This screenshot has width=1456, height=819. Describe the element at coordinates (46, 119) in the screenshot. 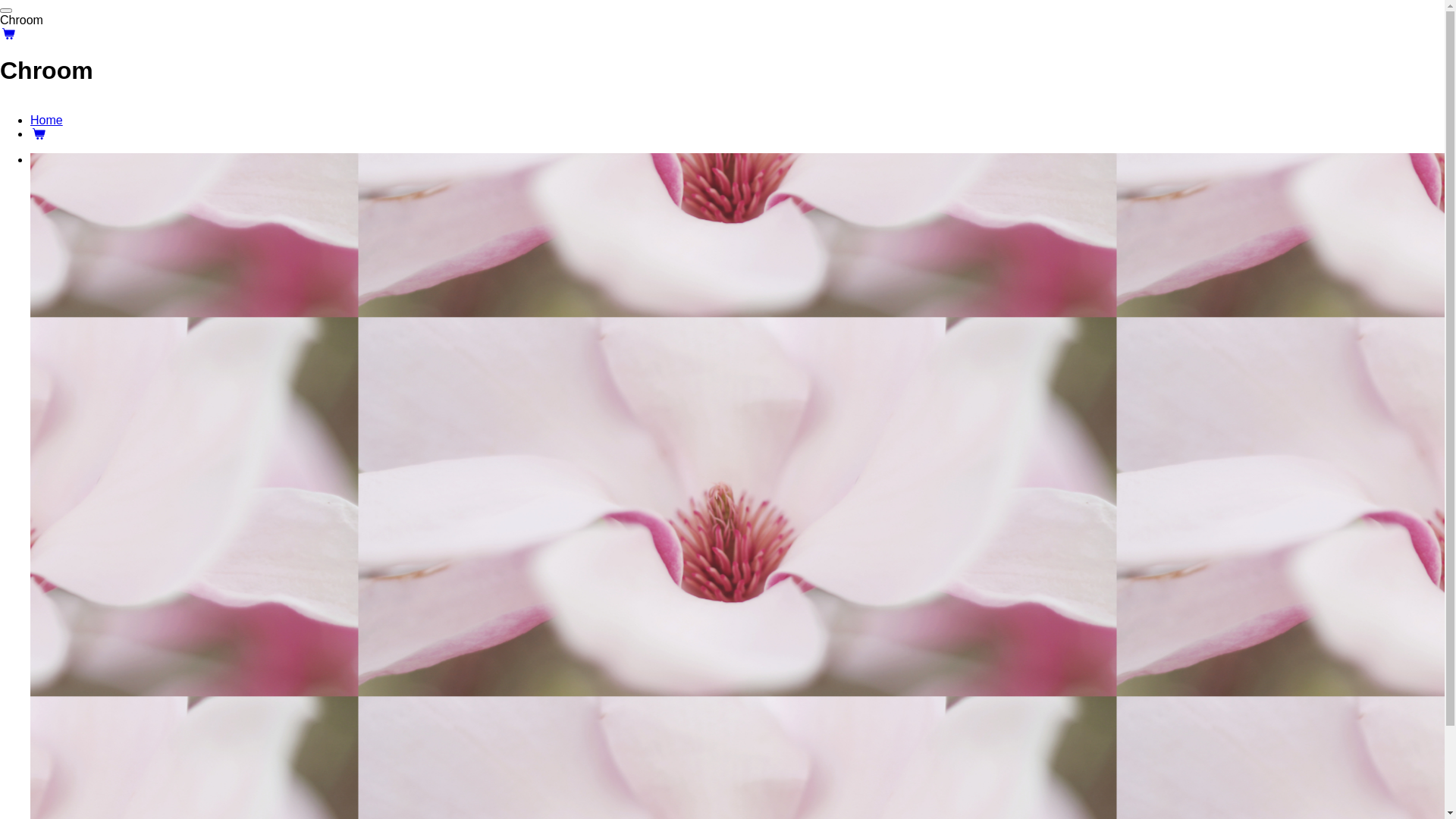

I see `'Home'` at that location.